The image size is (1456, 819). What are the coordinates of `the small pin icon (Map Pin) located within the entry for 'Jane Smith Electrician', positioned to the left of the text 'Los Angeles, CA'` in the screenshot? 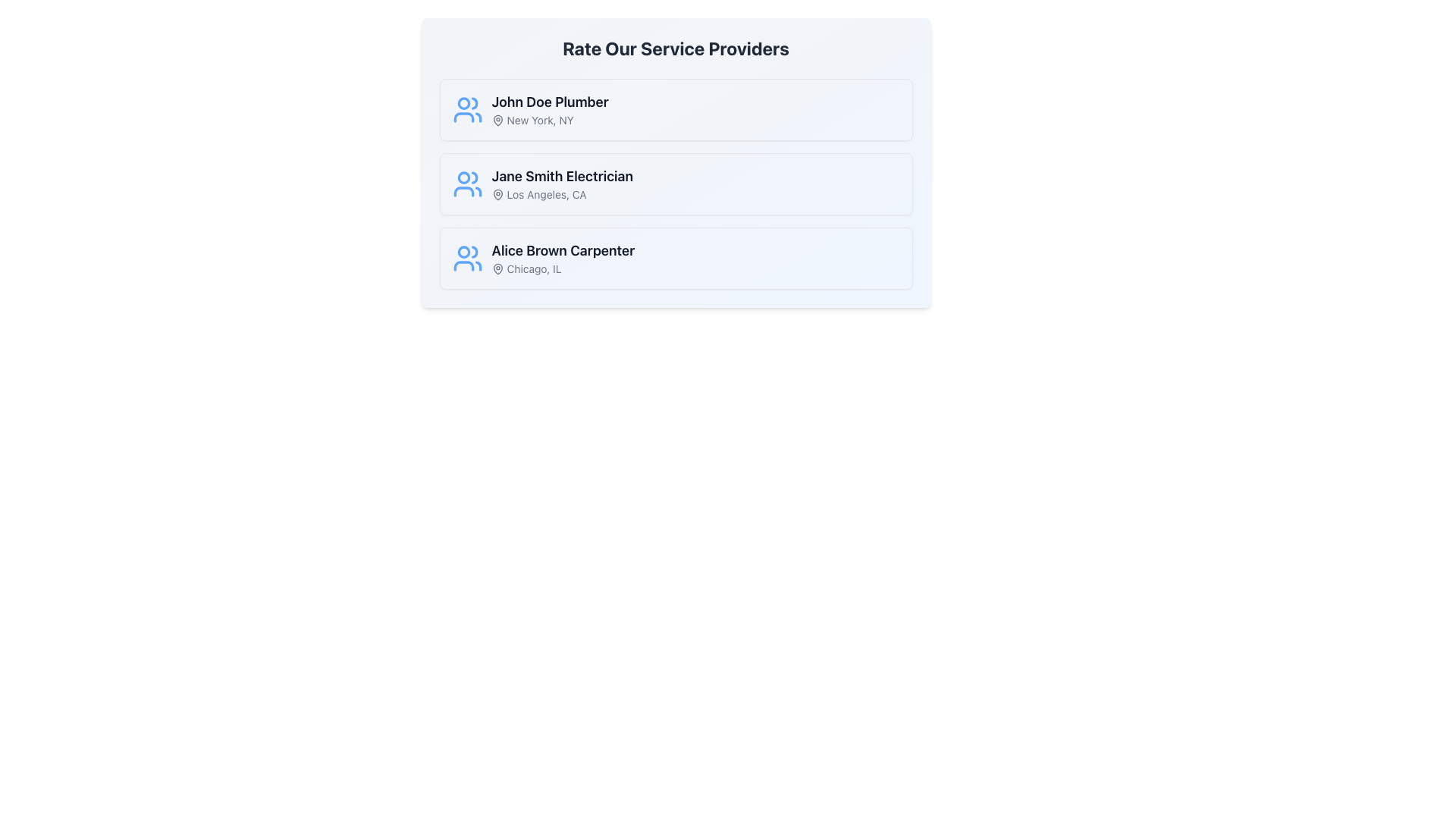 It's located at (497, 194).